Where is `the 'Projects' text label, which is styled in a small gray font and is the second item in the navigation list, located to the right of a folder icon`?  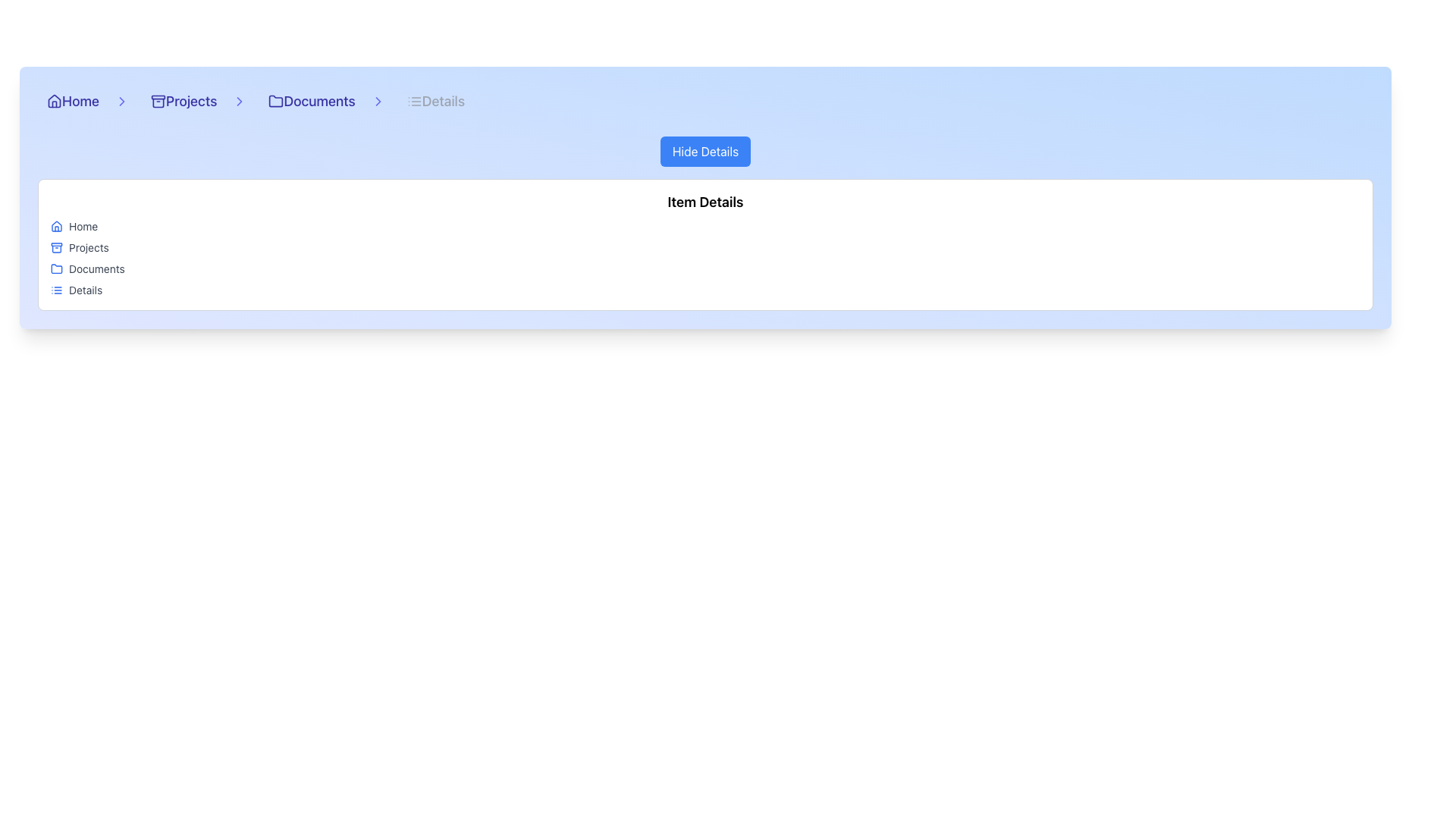 the 'Projects' text label, which is styled in a small gray font and is the second item in the navigation list, located to the right of a folder icon is located at coordinates (88, 247).